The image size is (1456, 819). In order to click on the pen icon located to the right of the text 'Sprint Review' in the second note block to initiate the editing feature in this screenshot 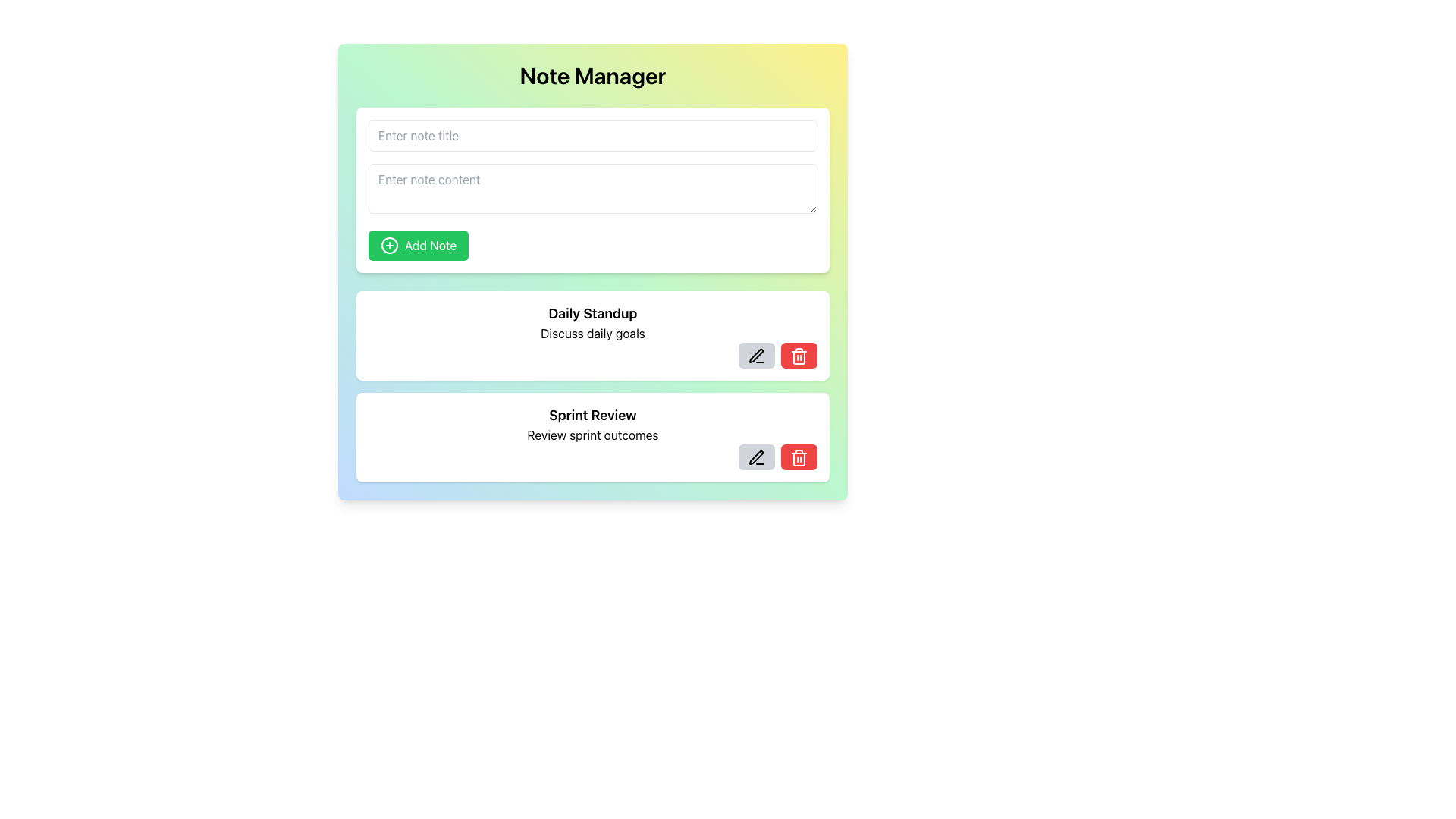, I will do `click(756, 356)`.